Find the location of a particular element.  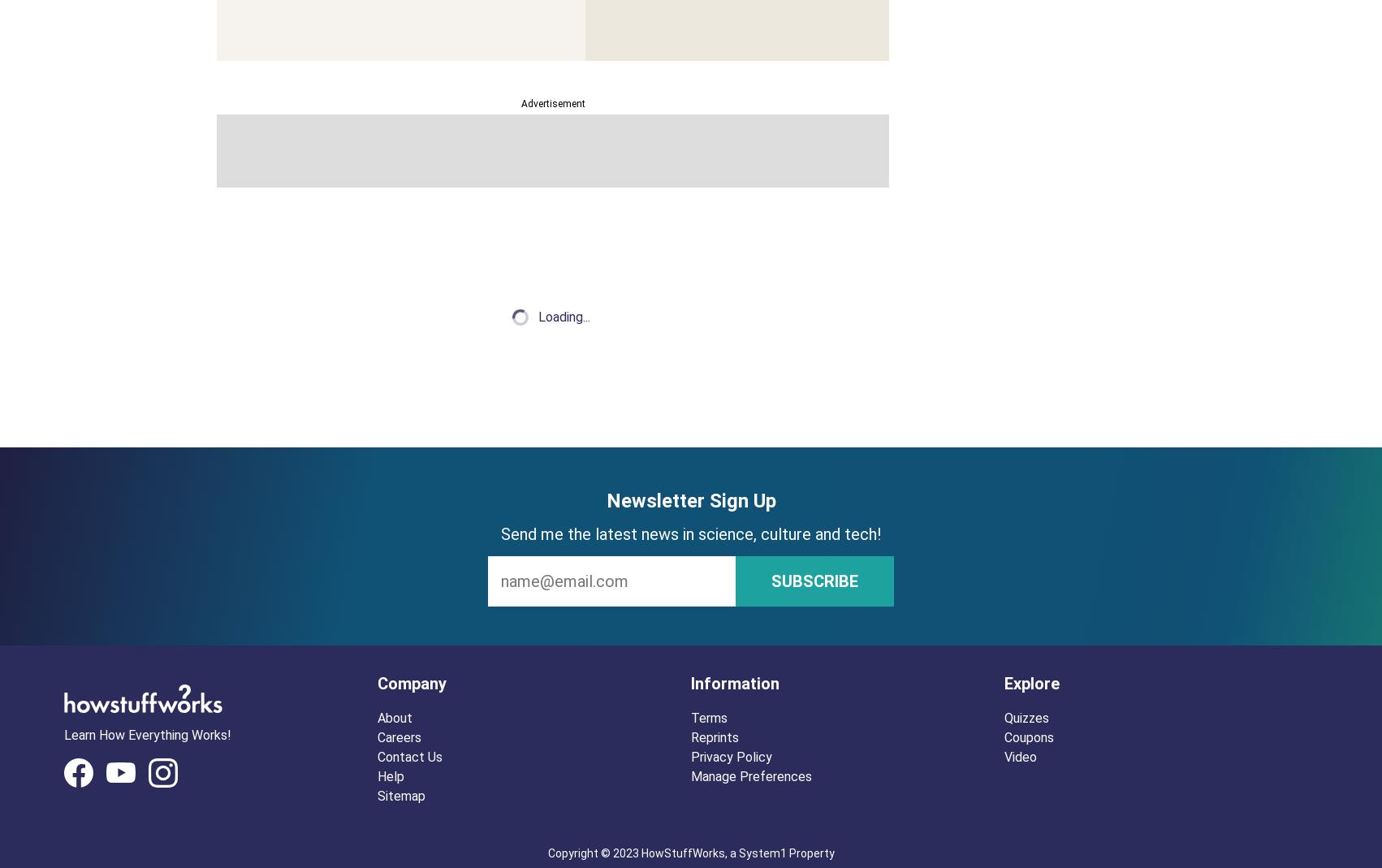

'Advertisement' is located at coordinates (552, 106).